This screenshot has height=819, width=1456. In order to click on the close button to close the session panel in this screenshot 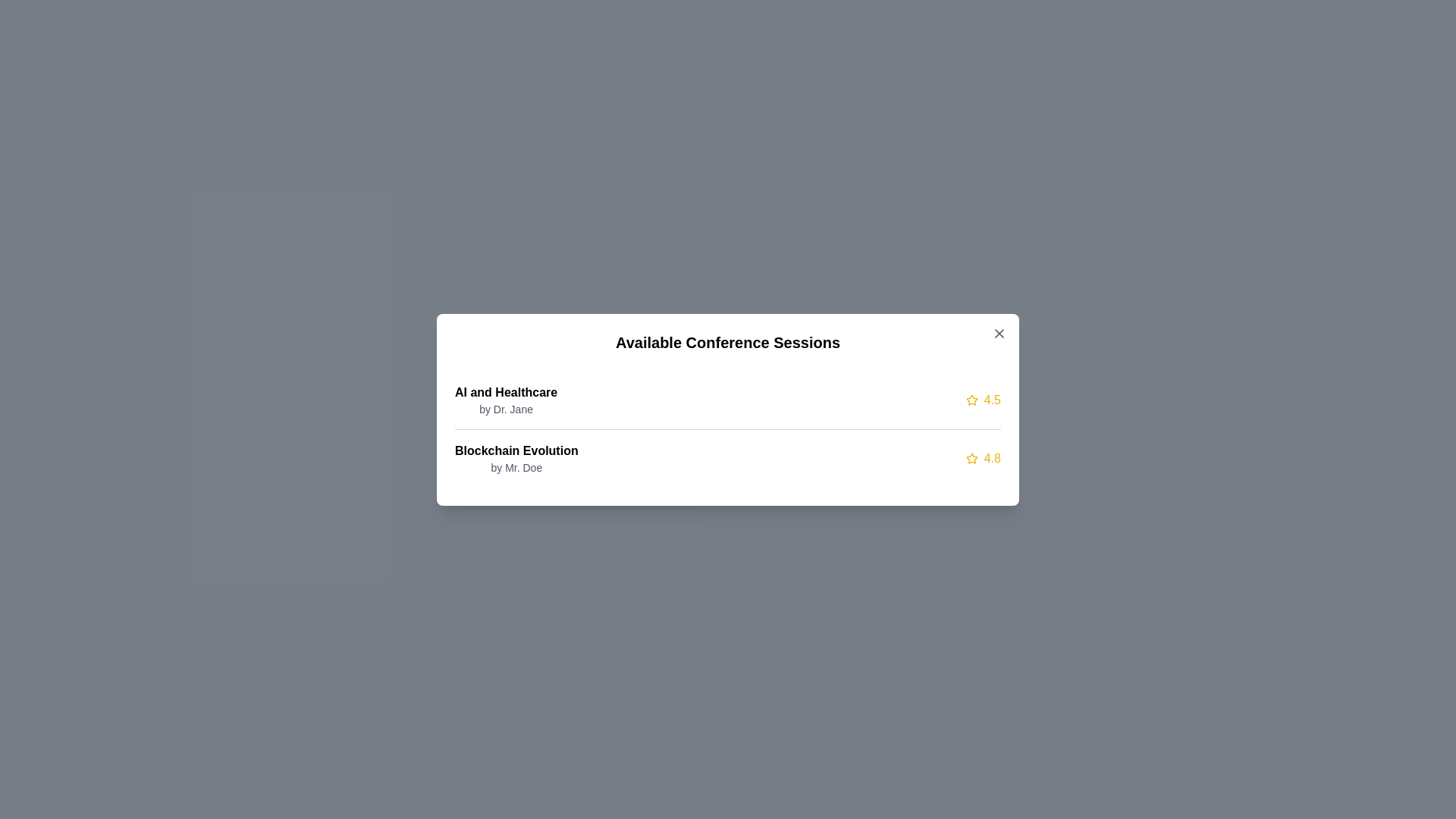, I will do `click(999, 332)`.